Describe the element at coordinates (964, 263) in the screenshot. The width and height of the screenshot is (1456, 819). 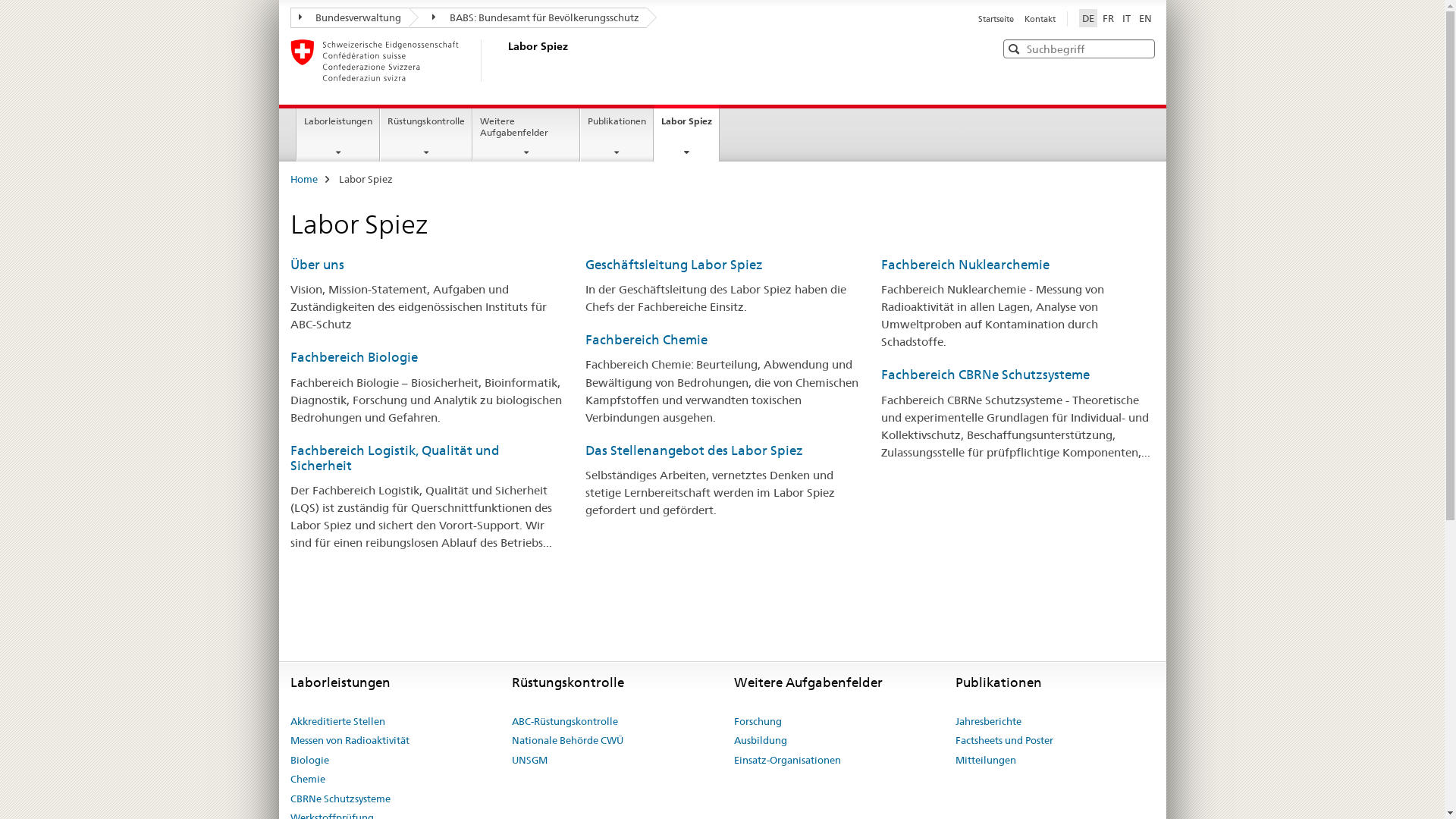
I see `'Fachbereich Nuklearchemie'` at that location.